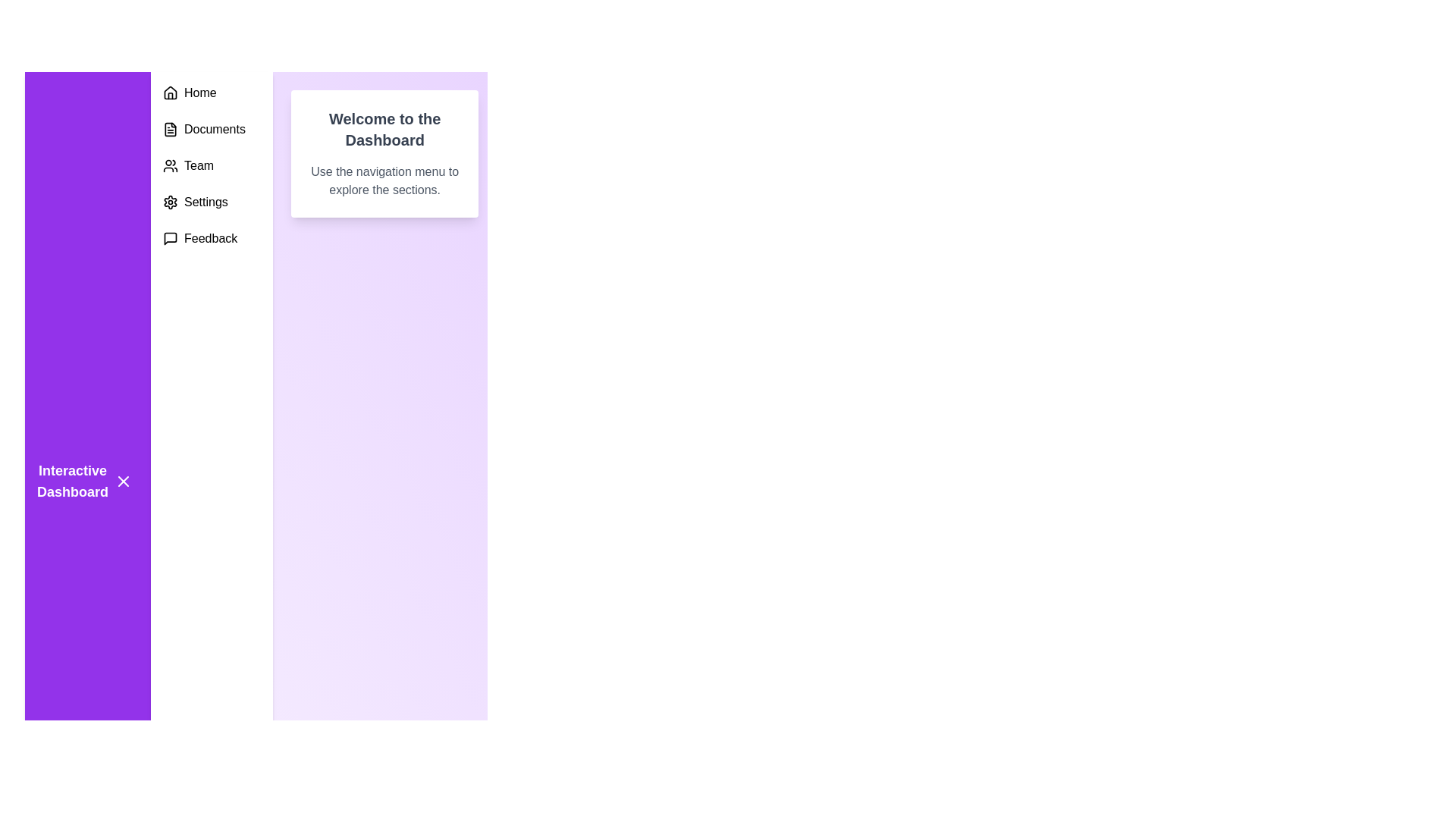  Describe the element at coordinates (214, 128) in the screenshot. I see `the 'Documents' static text label located in the left sidebar menu` at that location.